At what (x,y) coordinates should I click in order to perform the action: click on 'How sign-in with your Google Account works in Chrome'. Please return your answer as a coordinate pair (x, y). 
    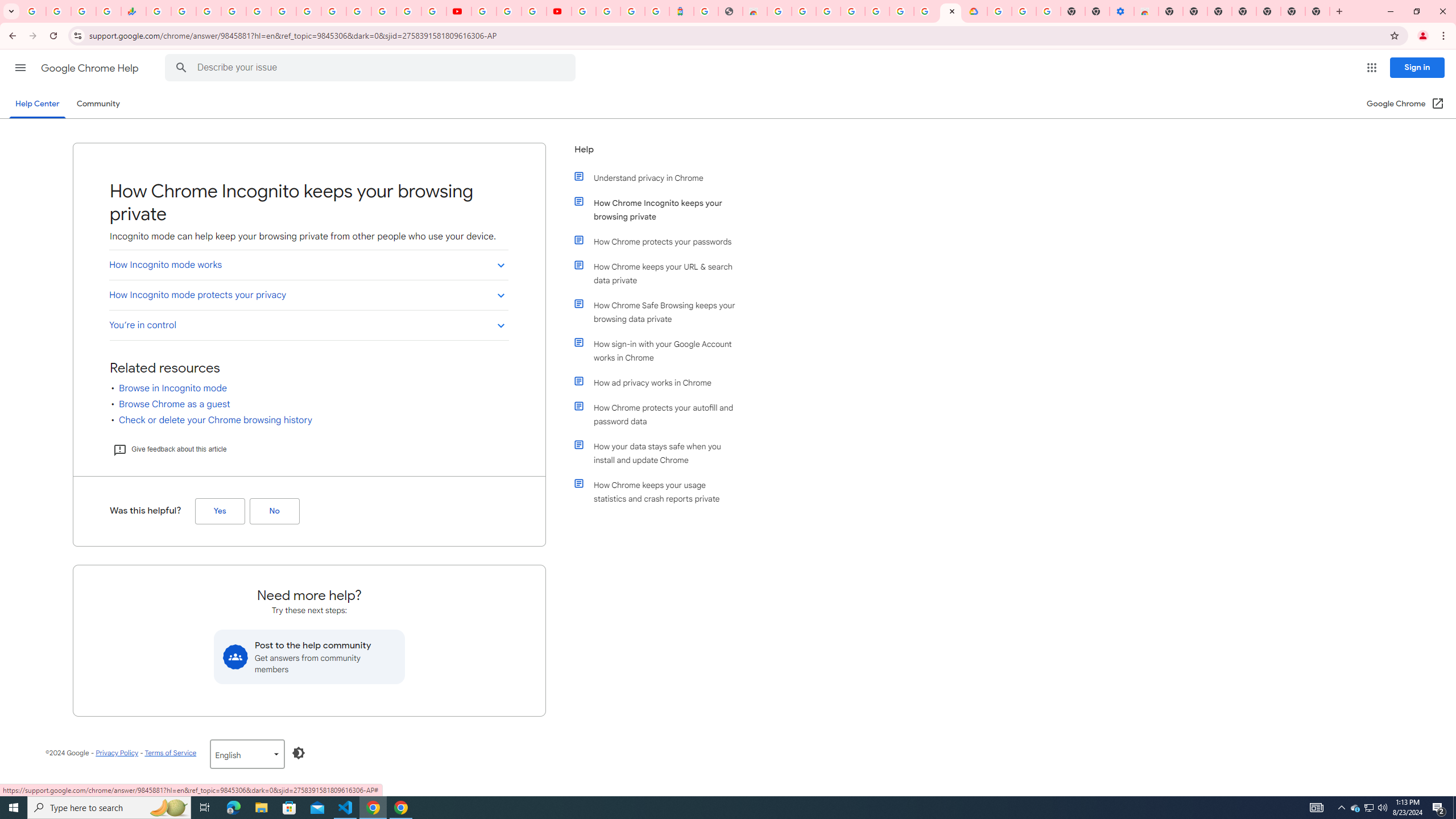
    Looking at the image, I should click on (661, 350).